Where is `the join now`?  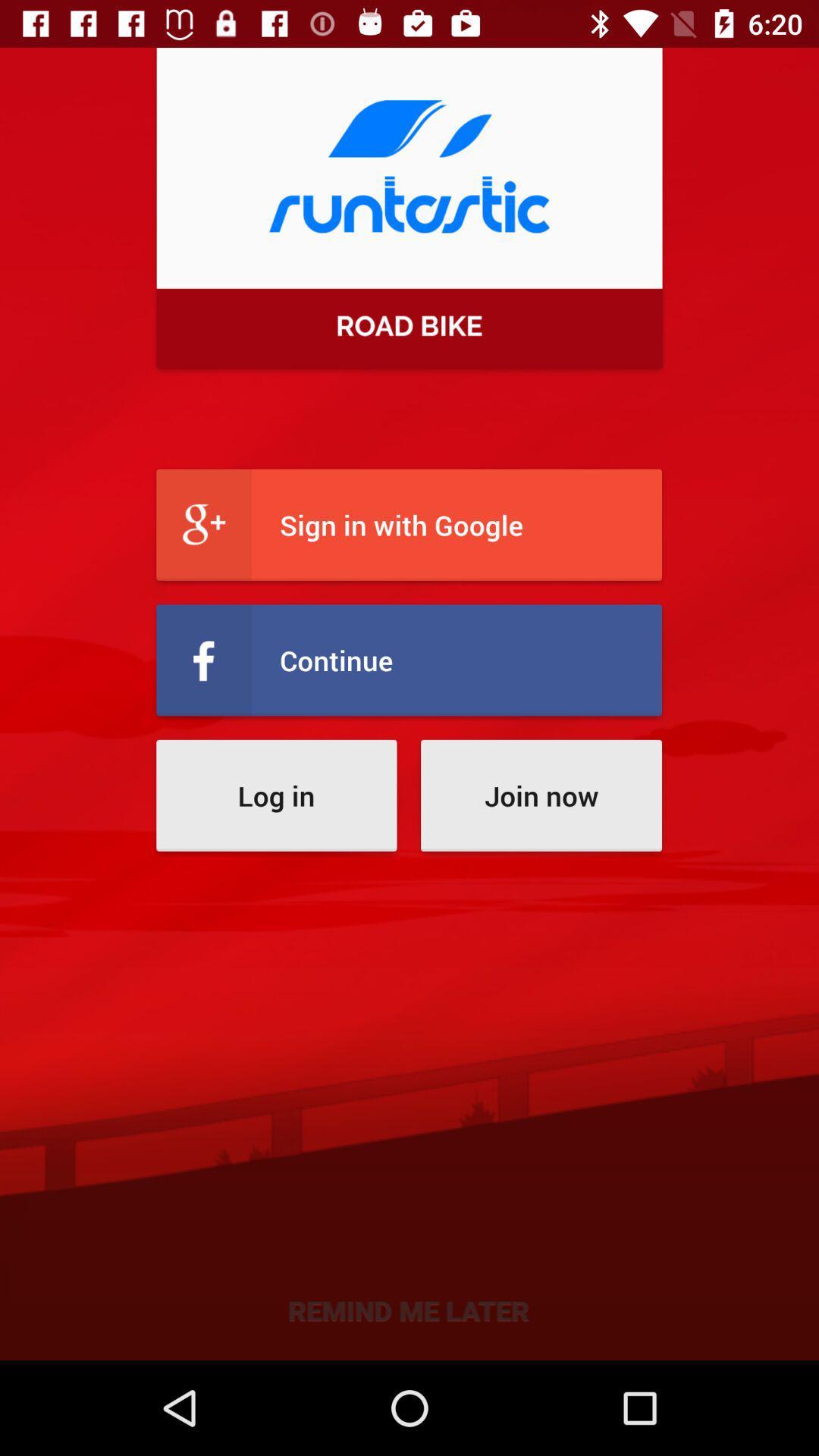 the join now is located at coordinates (540, 795).